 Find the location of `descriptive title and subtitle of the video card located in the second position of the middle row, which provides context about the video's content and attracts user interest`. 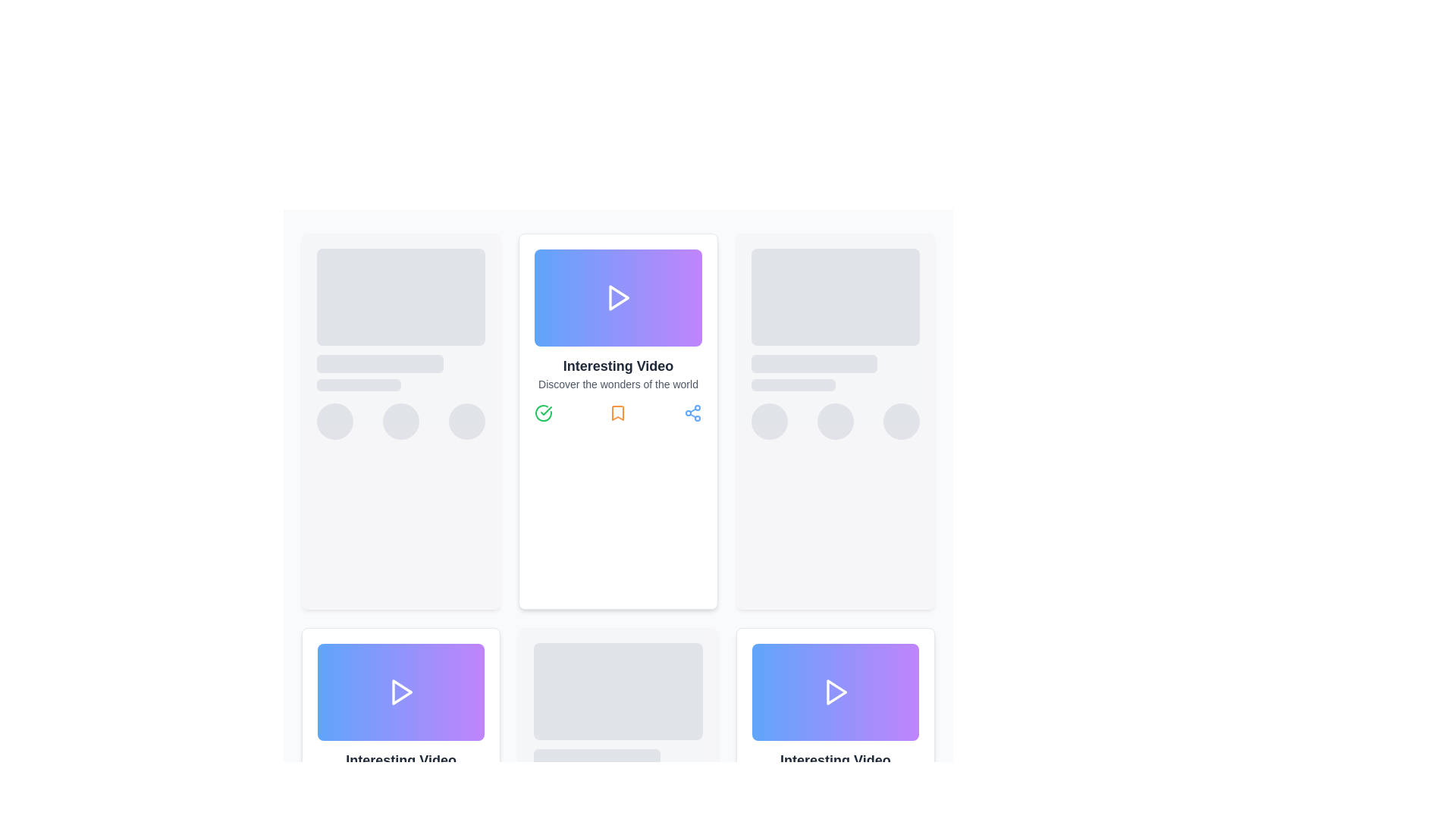

descriptive title and subtitle of the video card located in the second position of the middle row, which provides context about the video's content and attracts user interest is located at coordinates (401, 768).